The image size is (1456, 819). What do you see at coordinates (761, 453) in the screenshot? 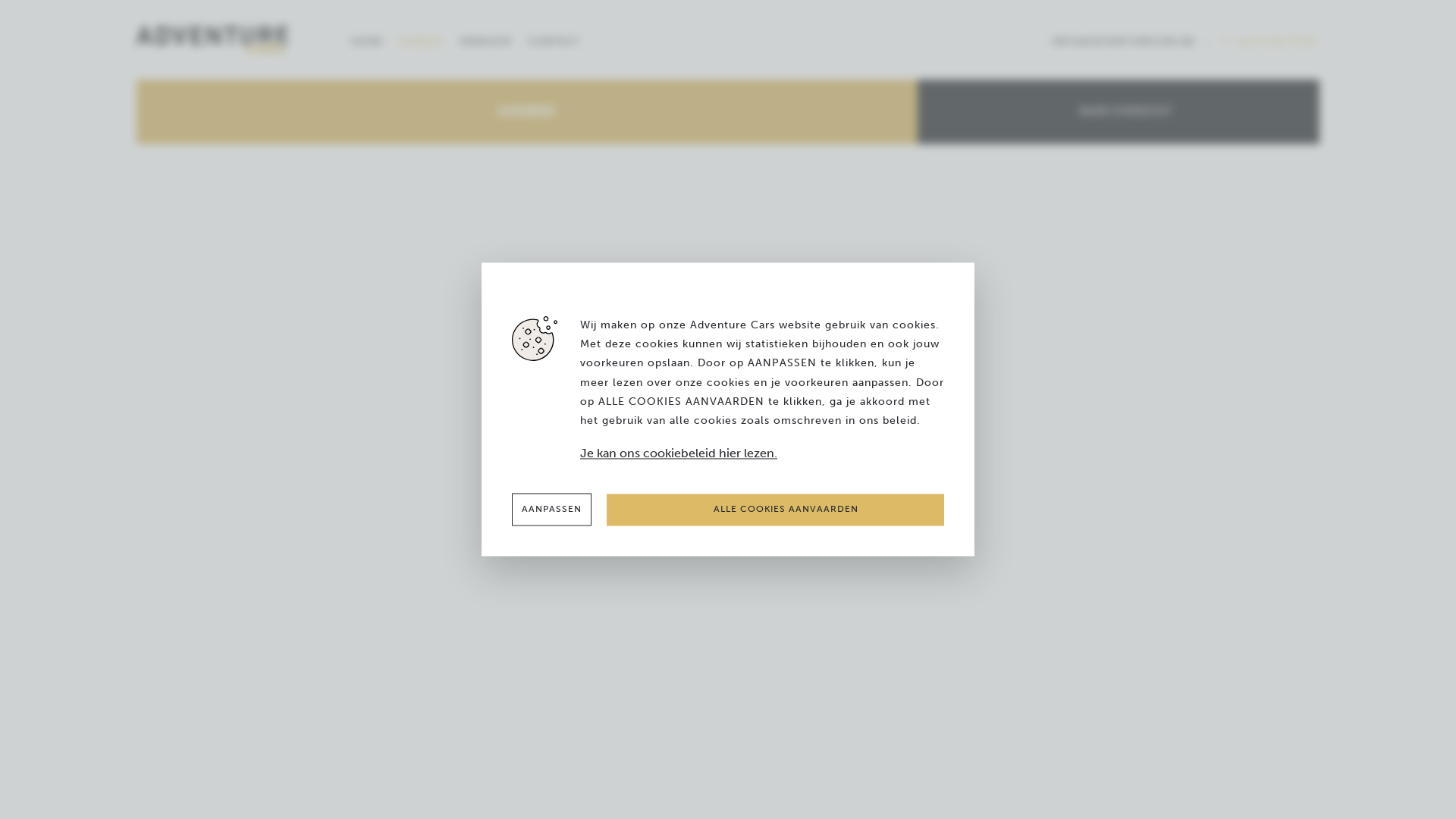
I see `'Je kan ons cookiebeleid hier lezen.'` at bounding box center [761, 453].